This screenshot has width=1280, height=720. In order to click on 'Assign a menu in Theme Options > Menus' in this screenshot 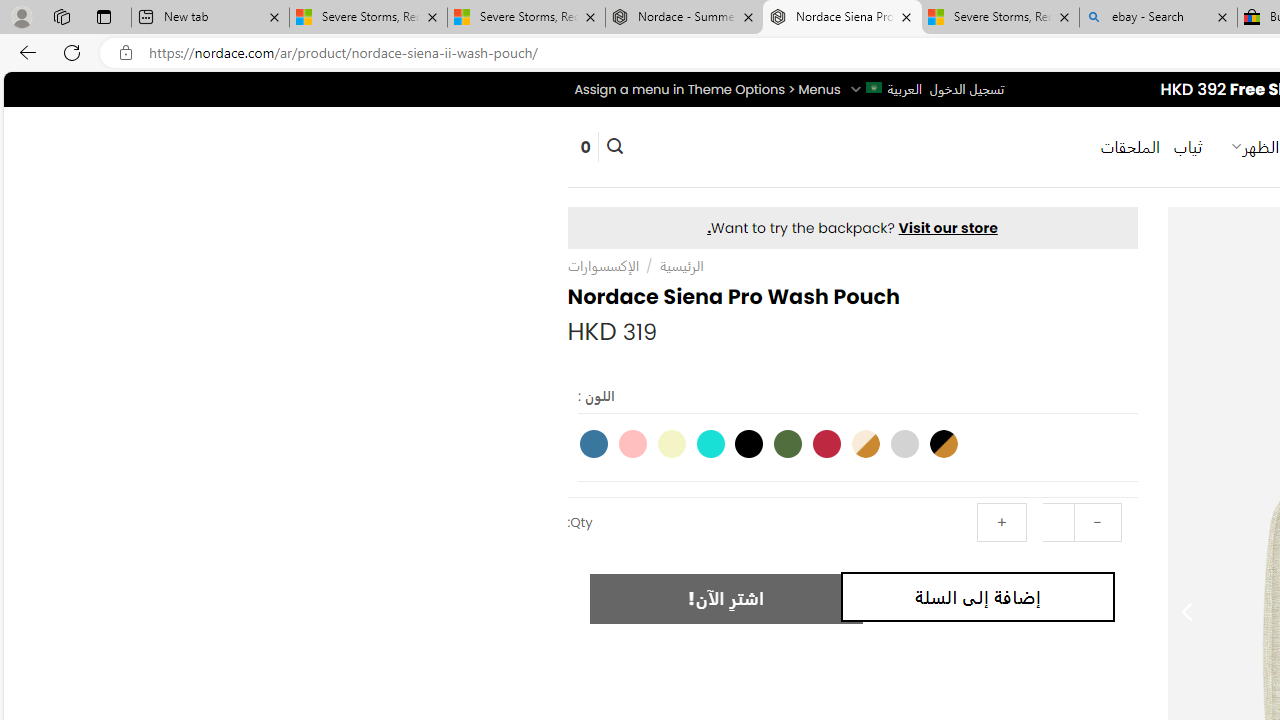, I will do `click(707, 88)`.